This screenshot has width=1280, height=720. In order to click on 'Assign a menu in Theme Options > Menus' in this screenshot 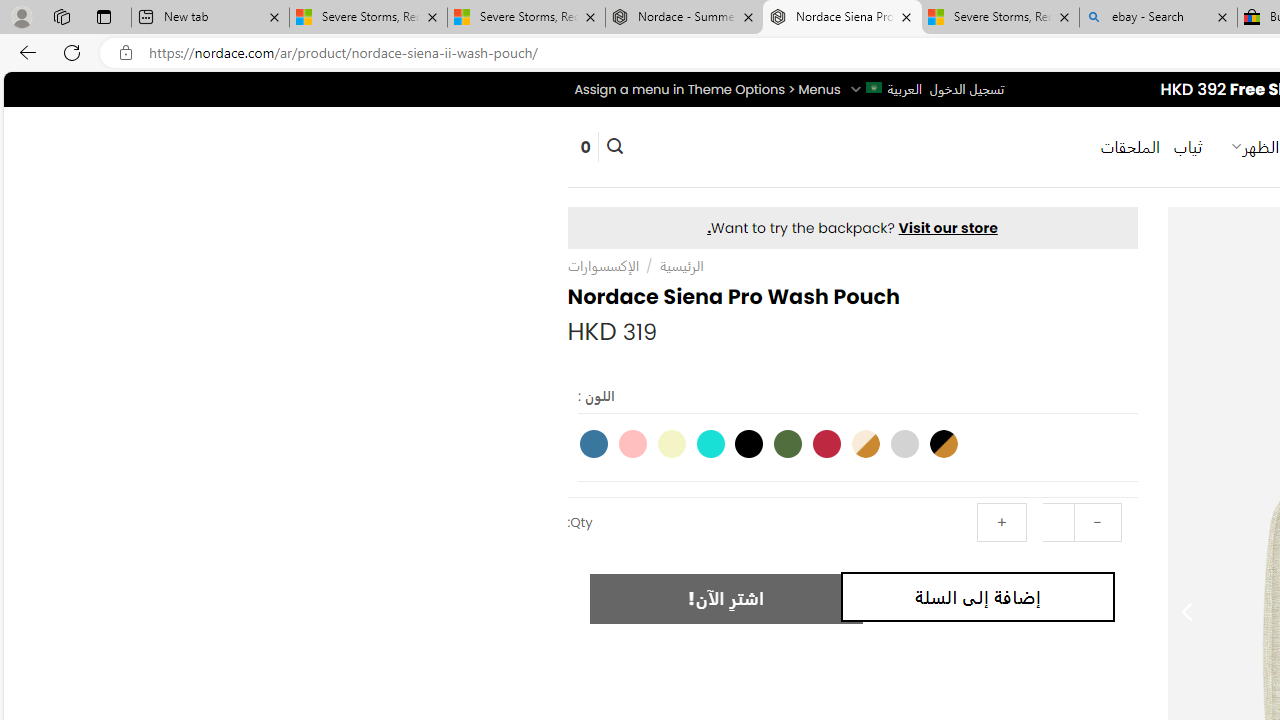, I will do `click(707, 88)`.